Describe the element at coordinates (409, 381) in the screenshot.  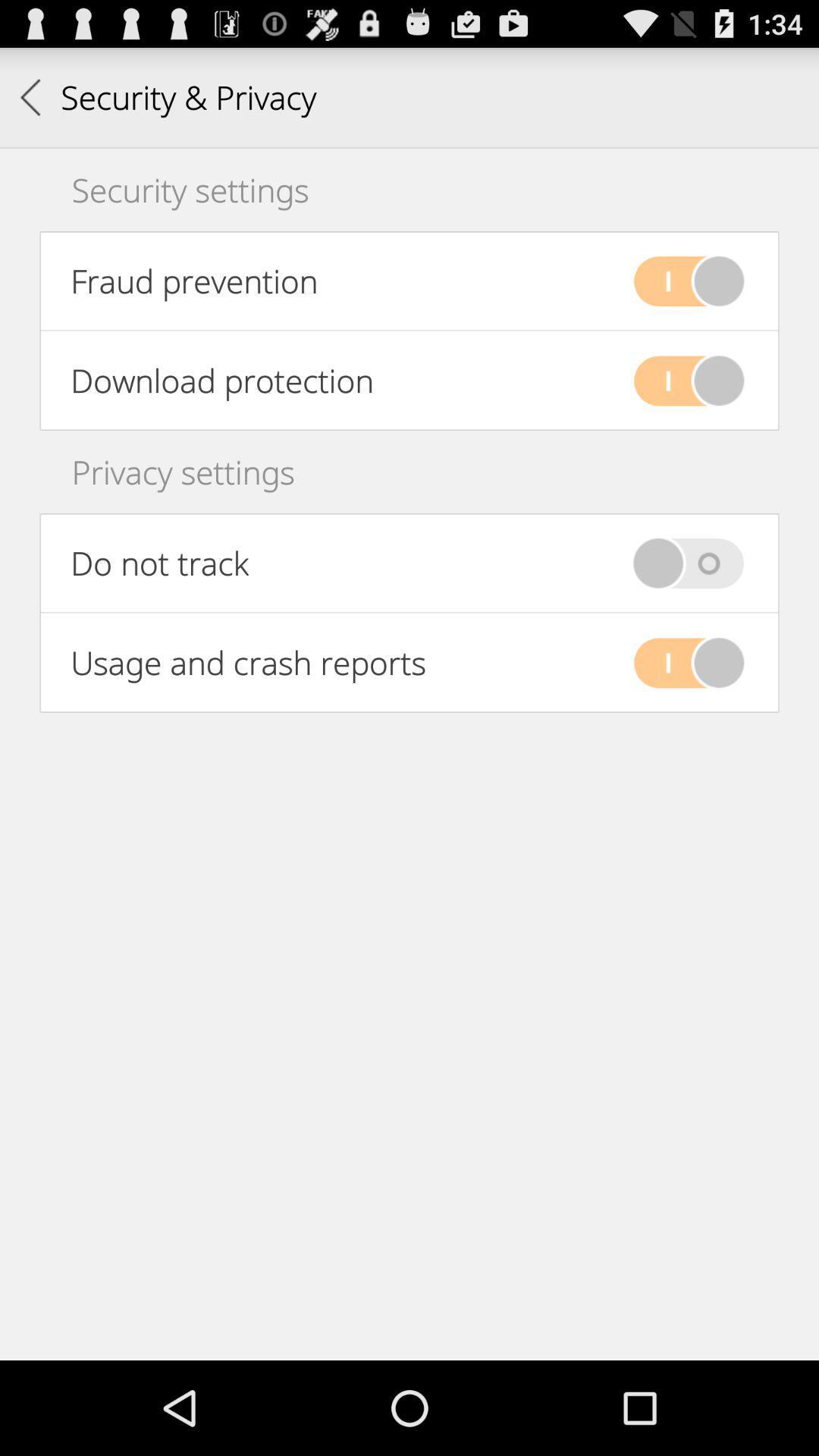
I see `second option` at that location.